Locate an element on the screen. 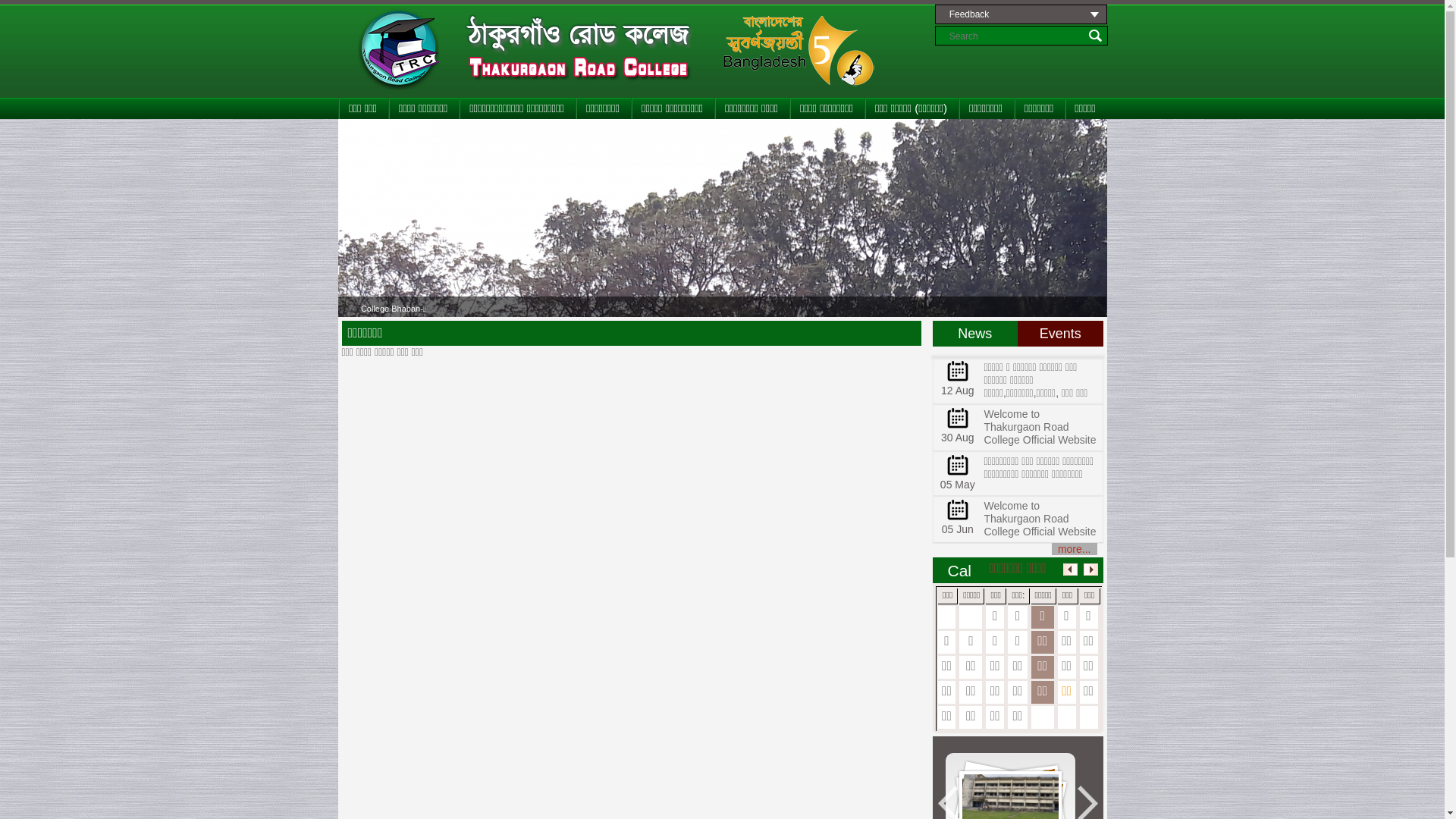 The height and width of the screenshot is (819, 1456). 'Events' is located at coordinates (1059, 332).